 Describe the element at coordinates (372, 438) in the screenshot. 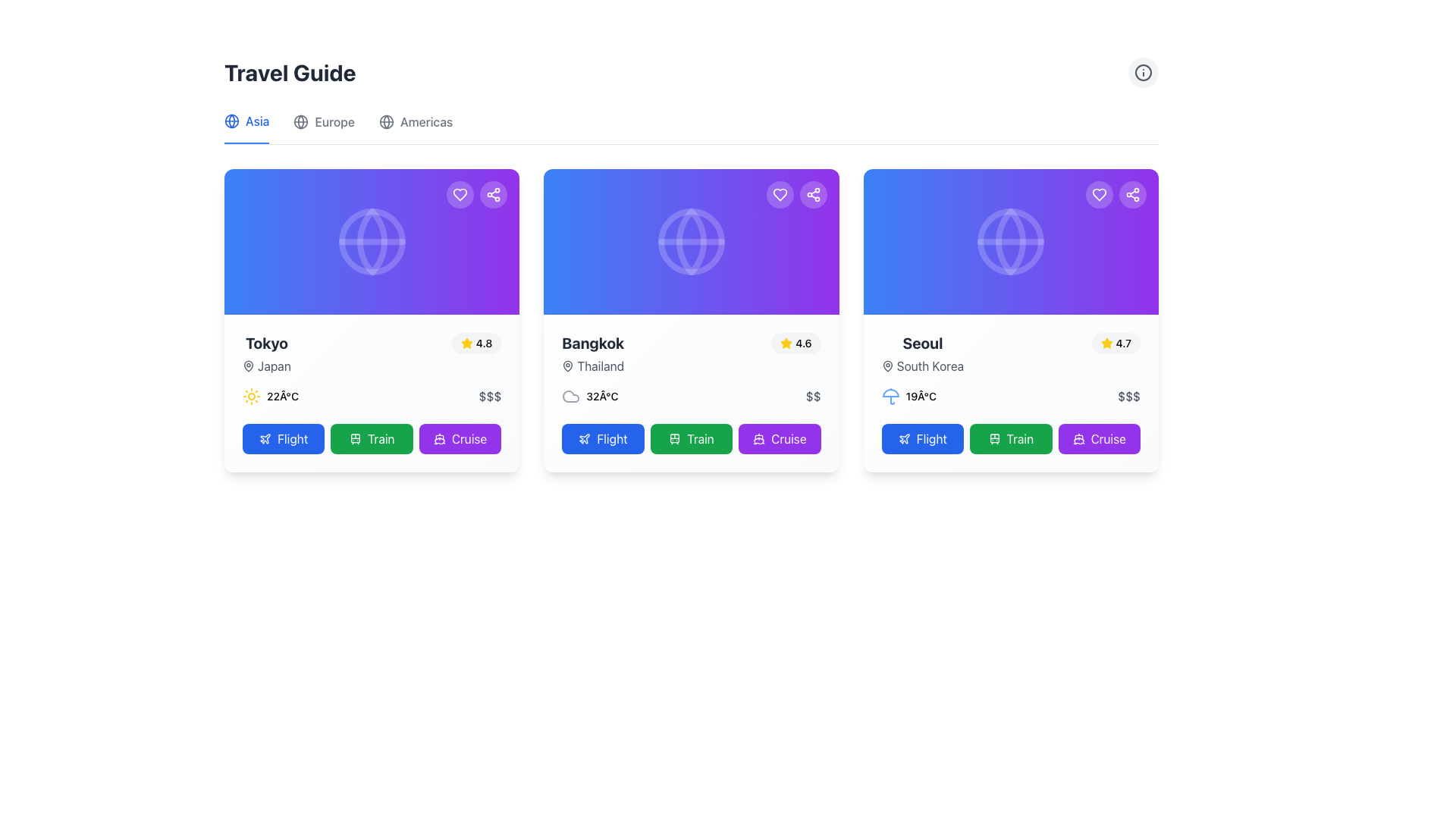

I see `the green rectangular button labeled 'Train' with an icon of a train` at that location.